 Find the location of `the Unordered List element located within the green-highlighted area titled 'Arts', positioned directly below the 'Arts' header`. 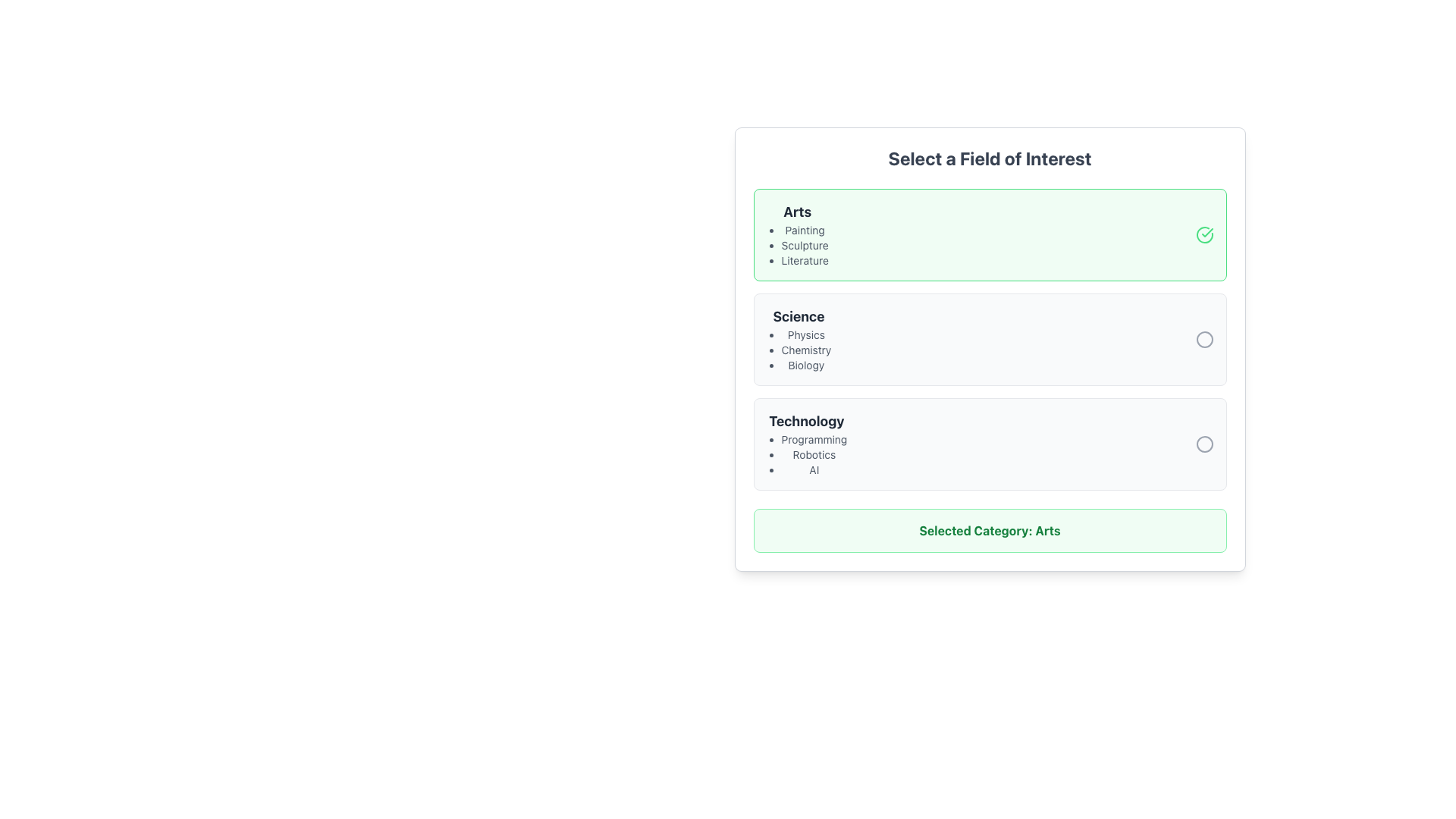

the Unordered List element located within the green-highlighted area titled 'Arts', positioned directly below the 'Arts' header is located at coordinates (796, 245).